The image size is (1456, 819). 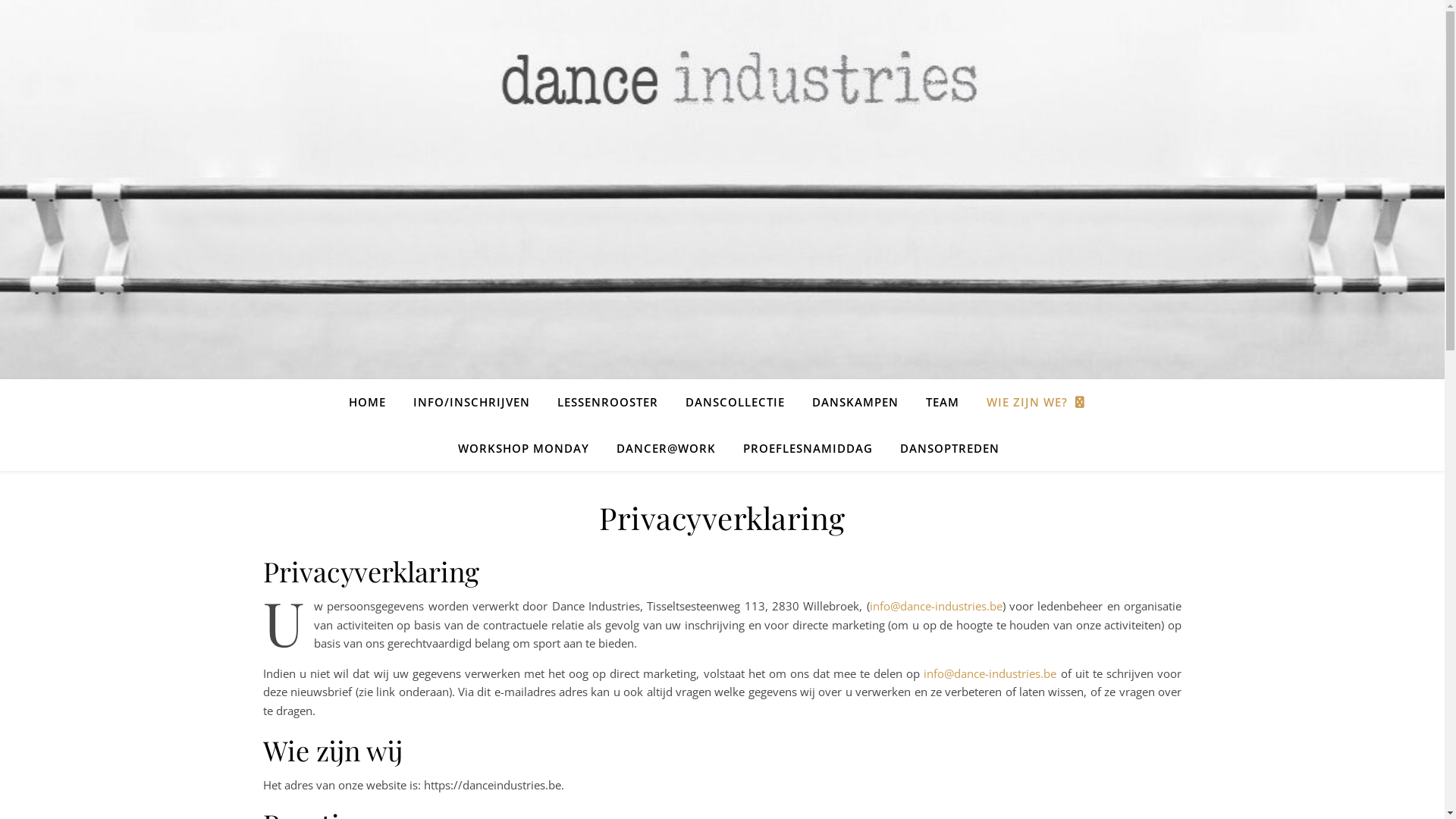 I want to click on 'DANSOPTREDEN', so click(x=887, y=447).